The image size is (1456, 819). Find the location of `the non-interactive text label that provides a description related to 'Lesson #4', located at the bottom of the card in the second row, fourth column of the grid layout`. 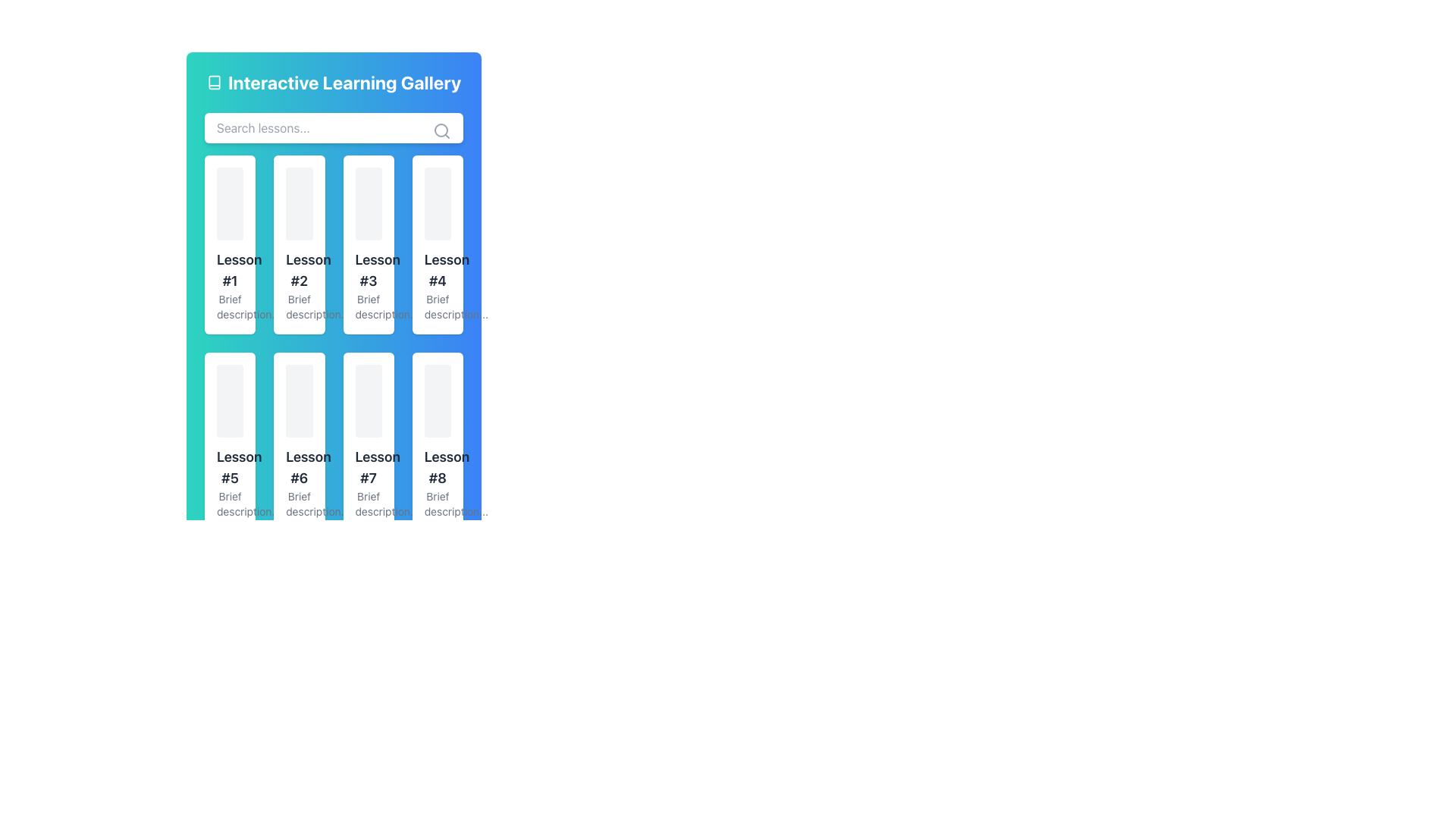

the non-interactive text label that provides a description related to 'Lesson #4', located at the bottom of the card in the second row, fourth column of the grid layout is located at coordinates (437, 307).